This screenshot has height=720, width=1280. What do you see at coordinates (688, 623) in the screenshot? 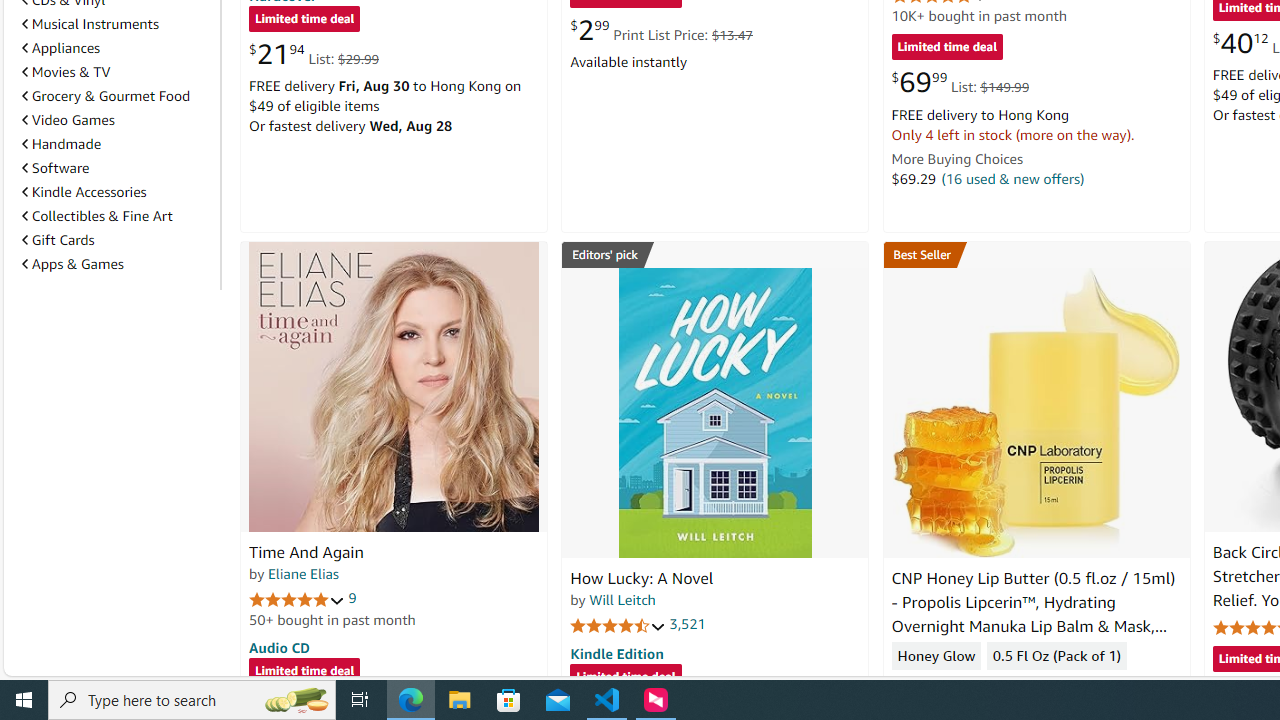
I see `'3,521'` at bounding box center [688, 623].